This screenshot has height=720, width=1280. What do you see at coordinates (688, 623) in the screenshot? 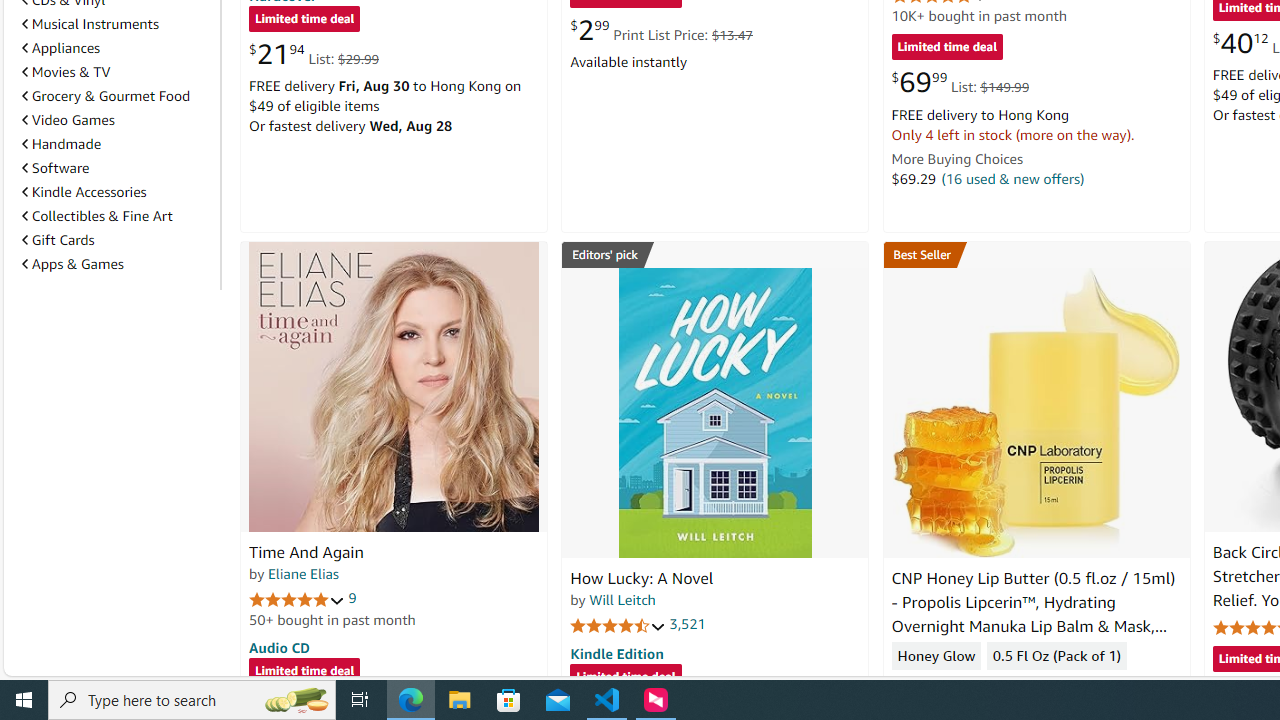
I see `'3,521'` at bounding box center [688, 623].